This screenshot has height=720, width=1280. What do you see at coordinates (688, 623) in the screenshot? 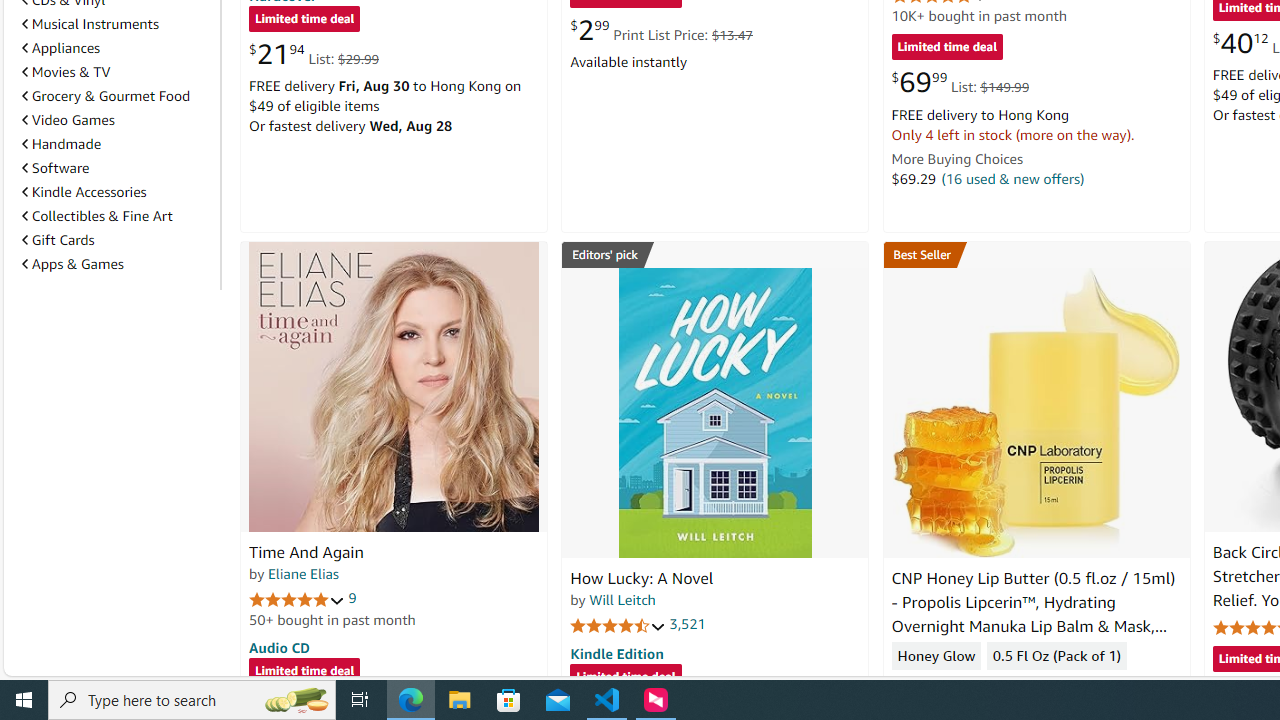
I see `'3,521'` at bounding box center [688, 623].